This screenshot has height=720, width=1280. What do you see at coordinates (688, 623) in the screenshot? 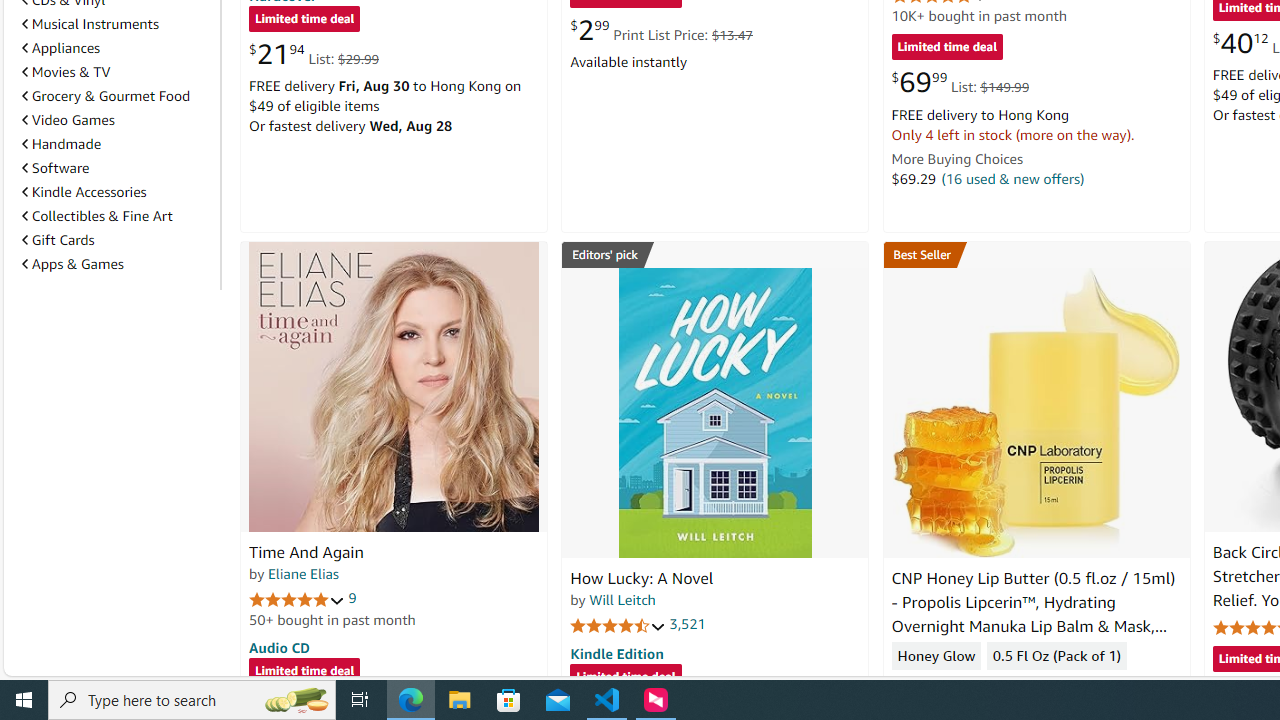
I see `'3,521'` at bounding box center [688, 623].